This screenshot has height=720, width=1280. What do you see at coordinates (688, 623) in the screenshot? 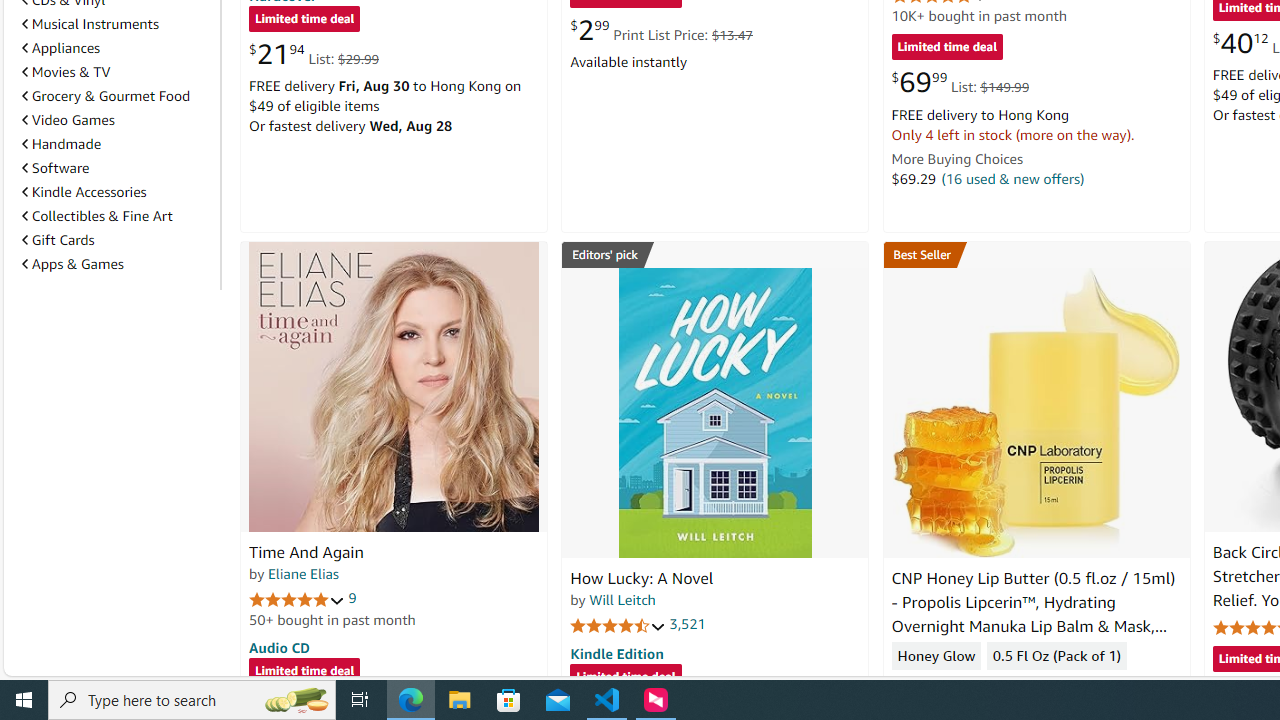
I see `'3,521'` at bounding box center [688, 623].